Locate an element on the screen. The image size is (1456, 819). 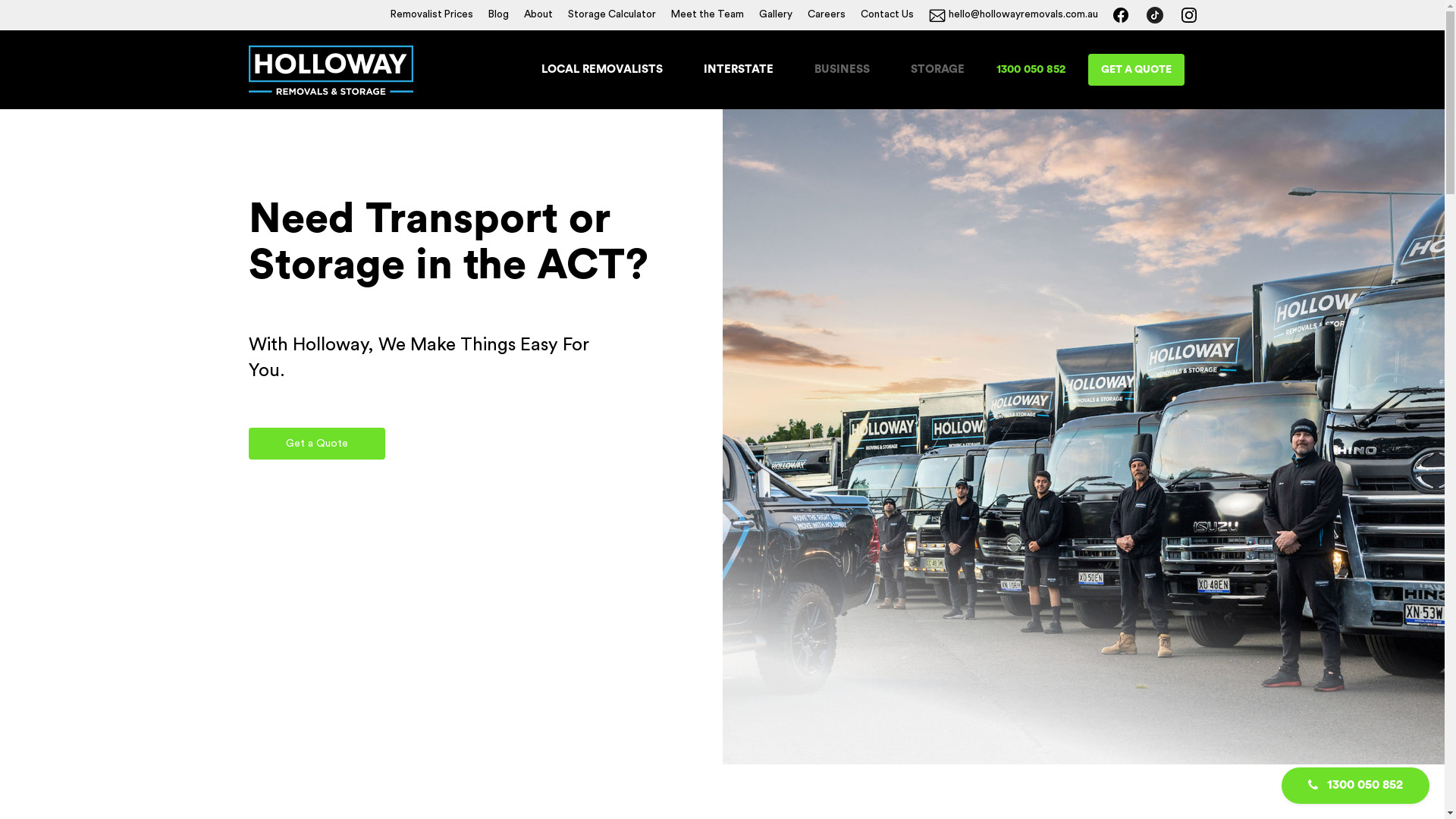
'hello@hollowayremovals.com.au' is located at coordinates (1012, 14).